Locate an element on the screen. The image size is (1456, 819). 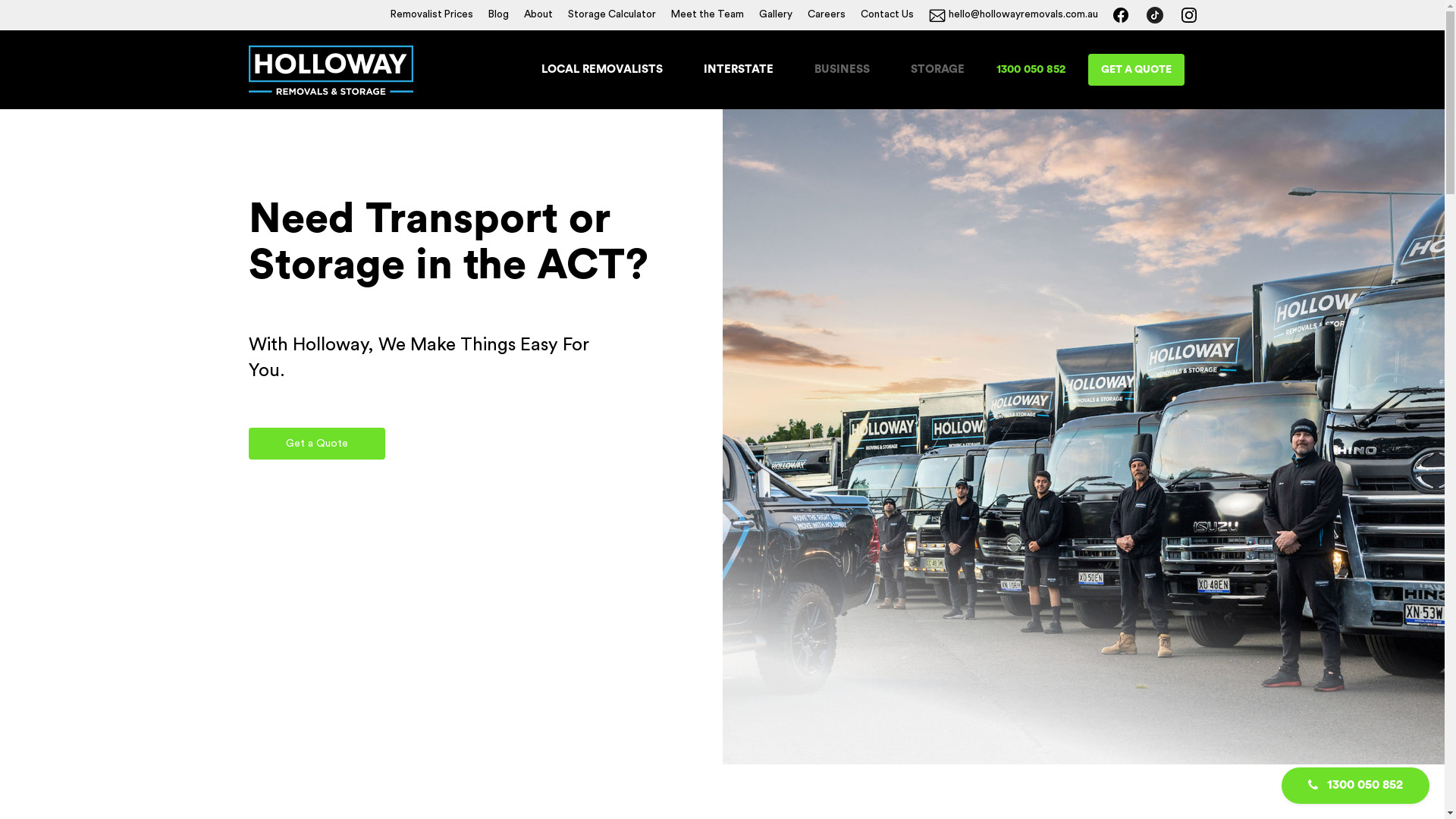
'hello@hollowayremovals.com.au' is located at coordinates (1012, 14).